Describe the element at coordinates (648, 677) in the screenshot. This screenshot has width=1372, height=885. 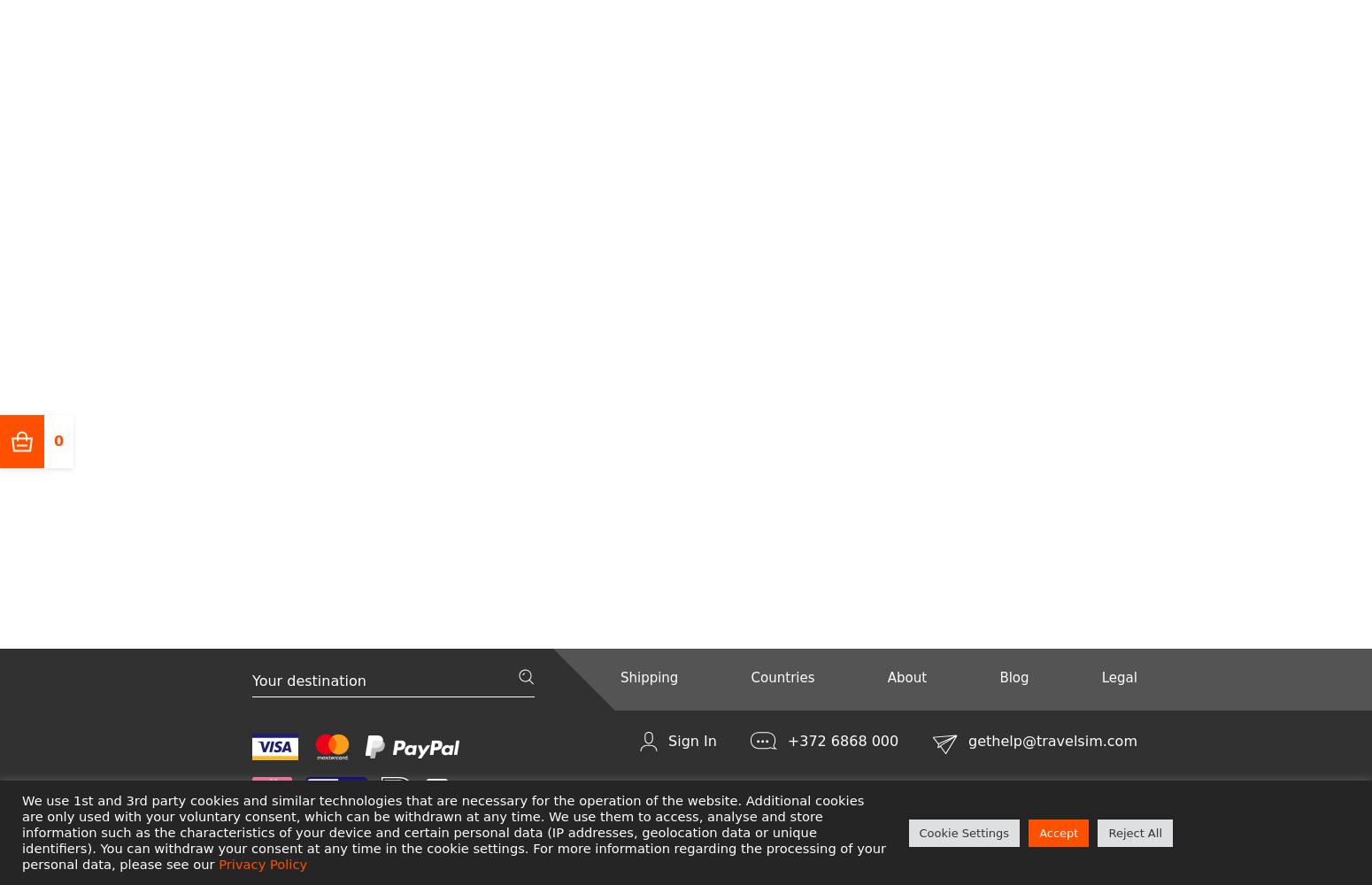
I see `'Shipping'` at that location.